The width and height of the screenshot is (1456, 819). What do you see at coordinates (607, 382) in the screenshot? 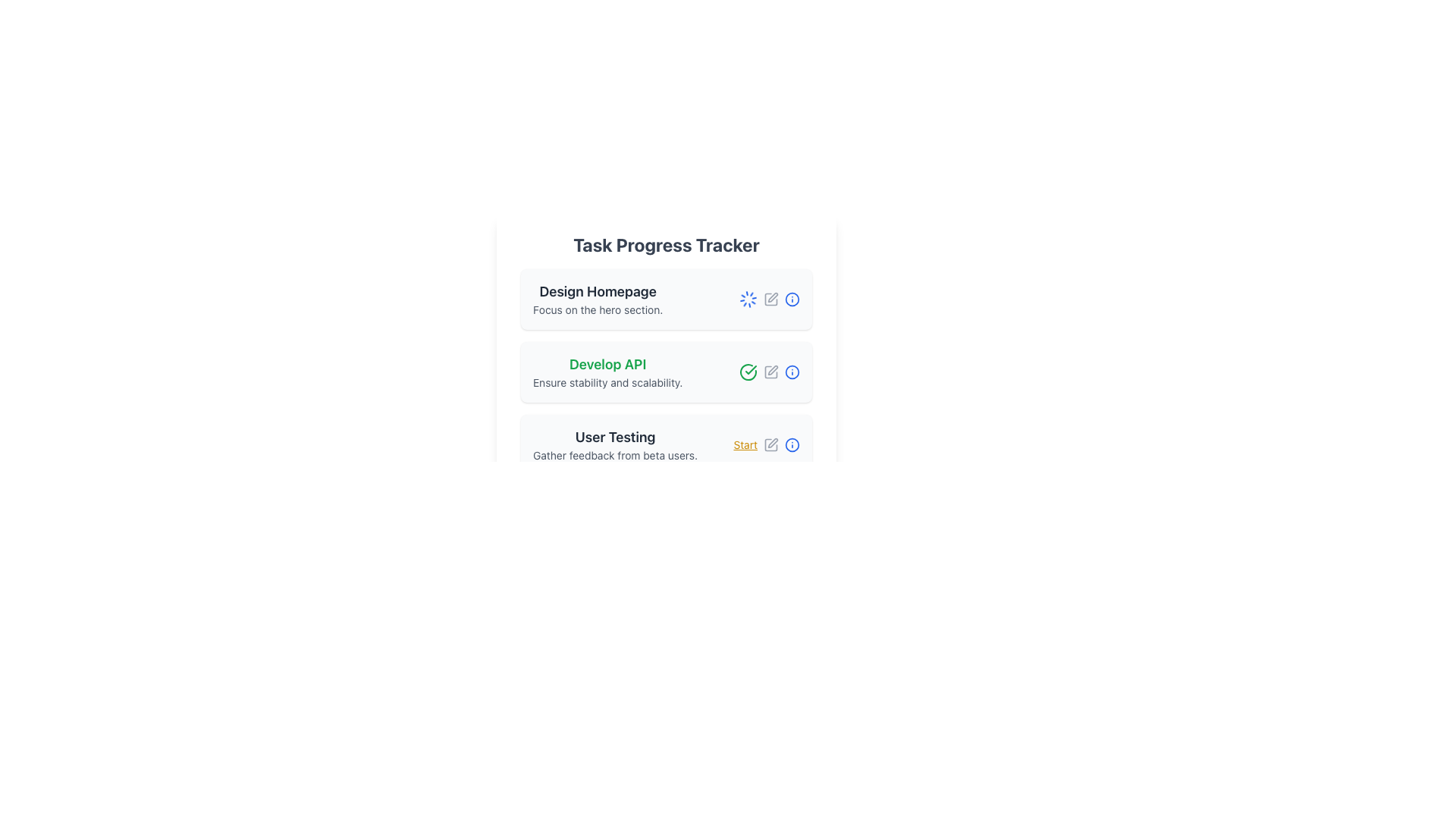
I see `the descriptive text label stating 'Ensure stability and scalability', which is styled in a smaller grey font and positioned below the heading 'Develop API' within the second task card` at bounding box center [607, 382].